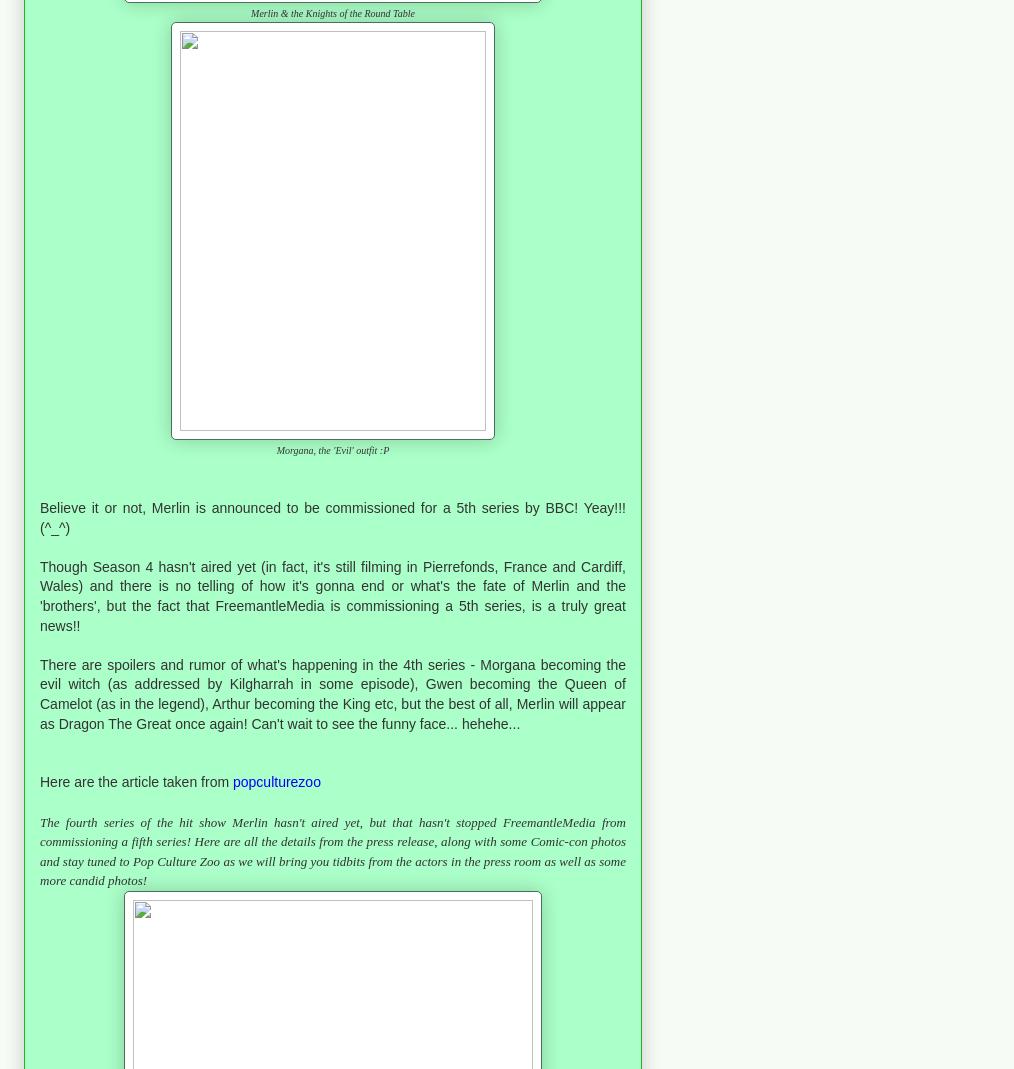 The image size is (1014, 1069). What do you see at coordinates (38, 781) in the screenshot?
I see `'Here are the article taken from'` at bounding box center [38, 781].